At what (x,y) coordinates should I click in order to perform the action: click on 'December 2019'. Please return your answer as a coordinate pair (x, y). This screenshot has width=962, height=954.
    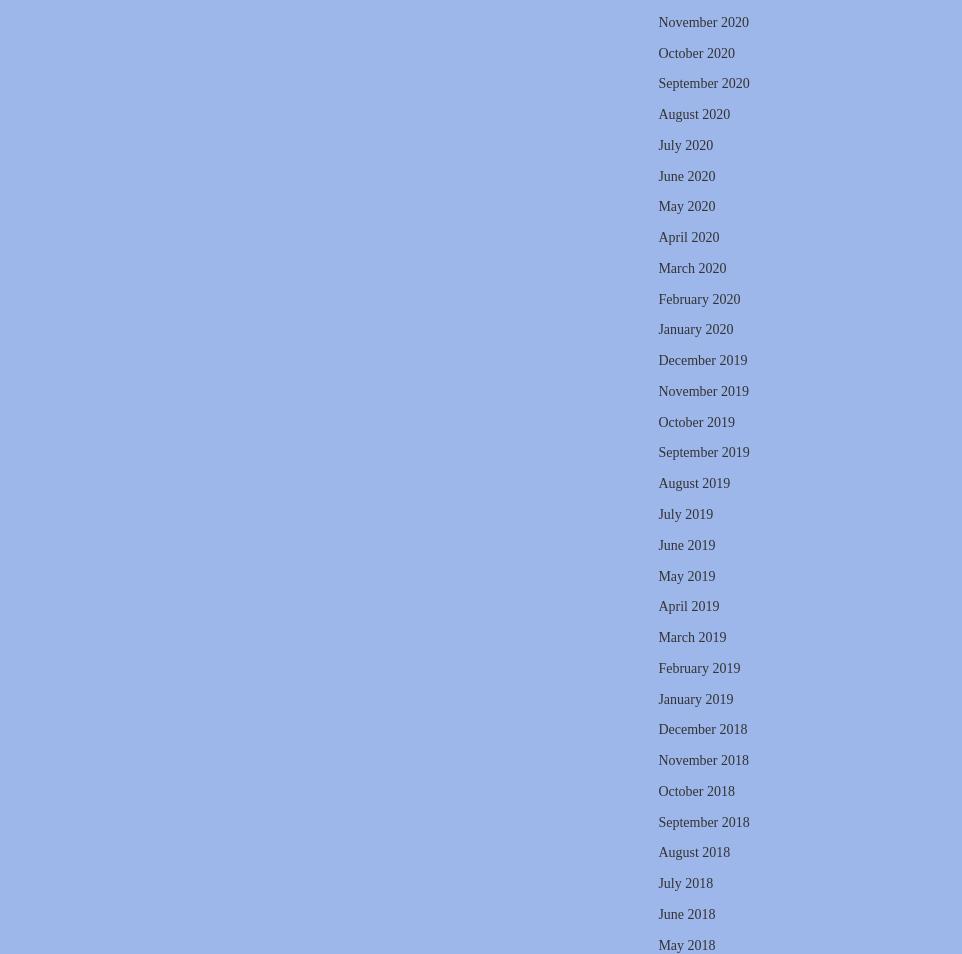
    Looking at the image, I should click on (701, 360).